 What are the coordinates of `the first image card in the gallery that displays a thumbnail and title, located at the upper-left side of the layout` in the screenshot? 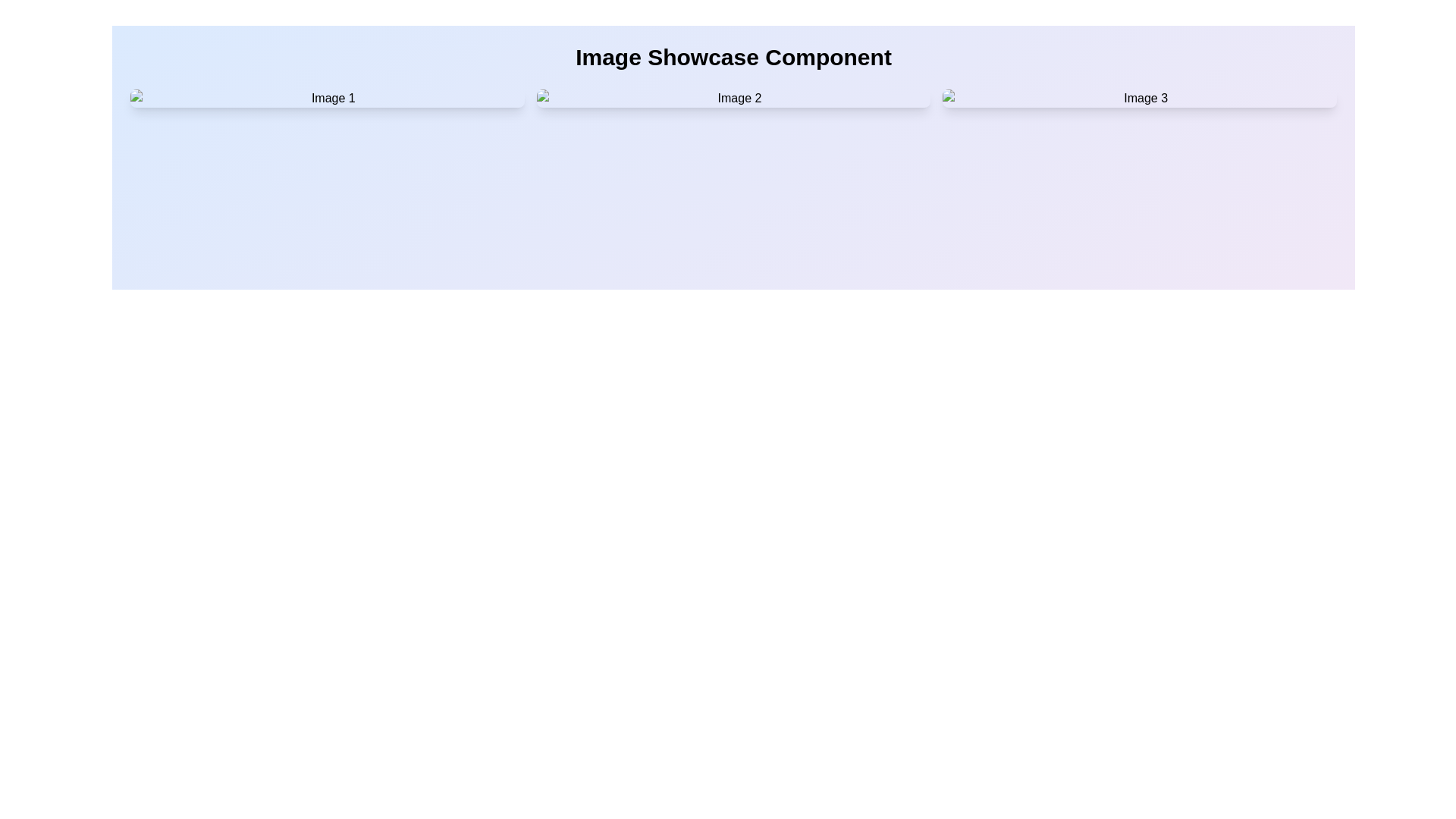 It's located at (326, 99).